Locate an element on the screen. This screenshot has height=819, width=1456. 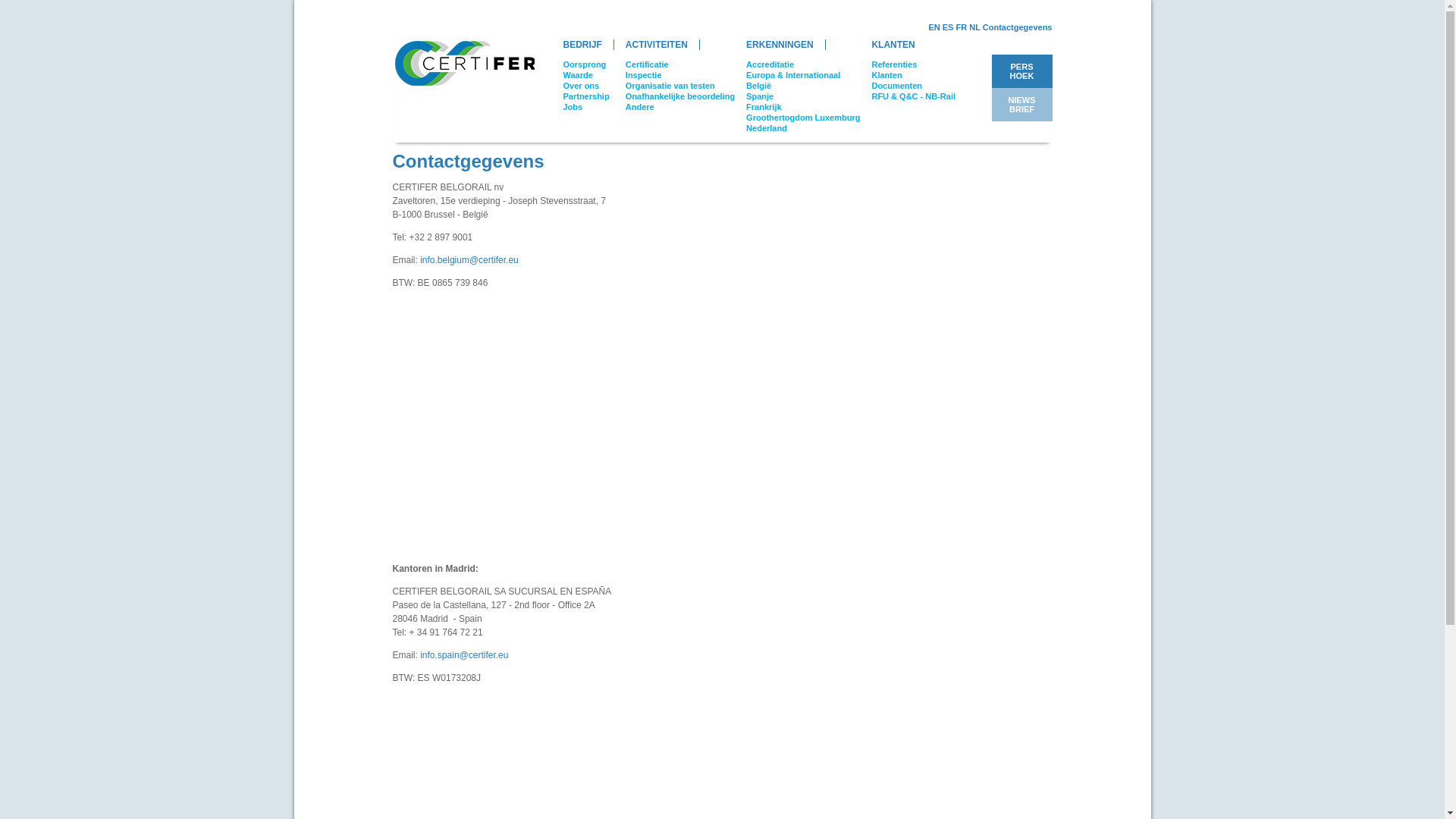
'FR' is located at coordinates (955, 27).